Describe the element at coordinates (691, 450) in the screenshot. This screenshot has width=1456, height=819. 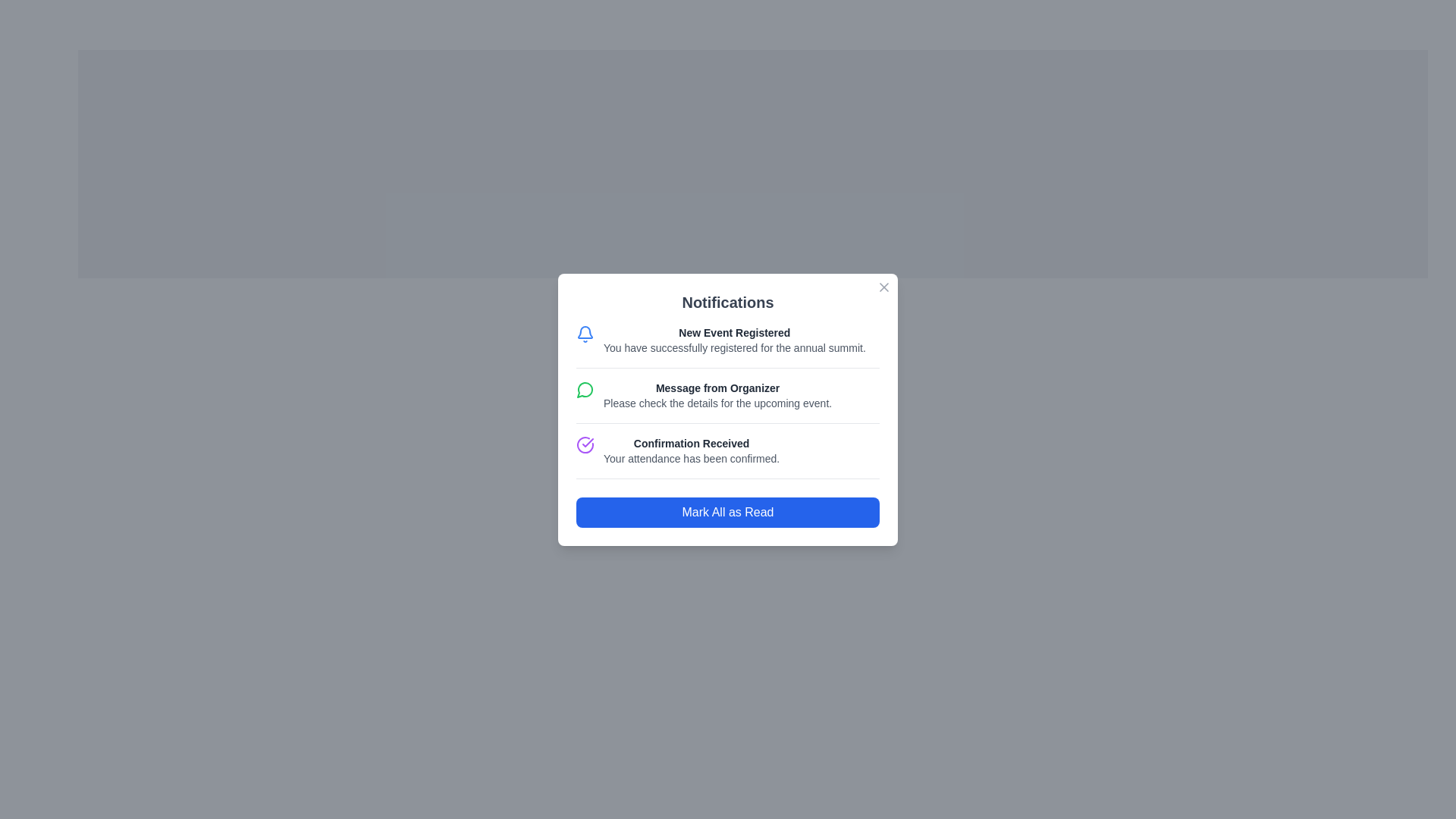
I see `textual notification confirming attendance, which is the third notification in the 'Notifications' panel, positioned below 'Message from Organizer' and above 'Mark All as Read'` at that location.